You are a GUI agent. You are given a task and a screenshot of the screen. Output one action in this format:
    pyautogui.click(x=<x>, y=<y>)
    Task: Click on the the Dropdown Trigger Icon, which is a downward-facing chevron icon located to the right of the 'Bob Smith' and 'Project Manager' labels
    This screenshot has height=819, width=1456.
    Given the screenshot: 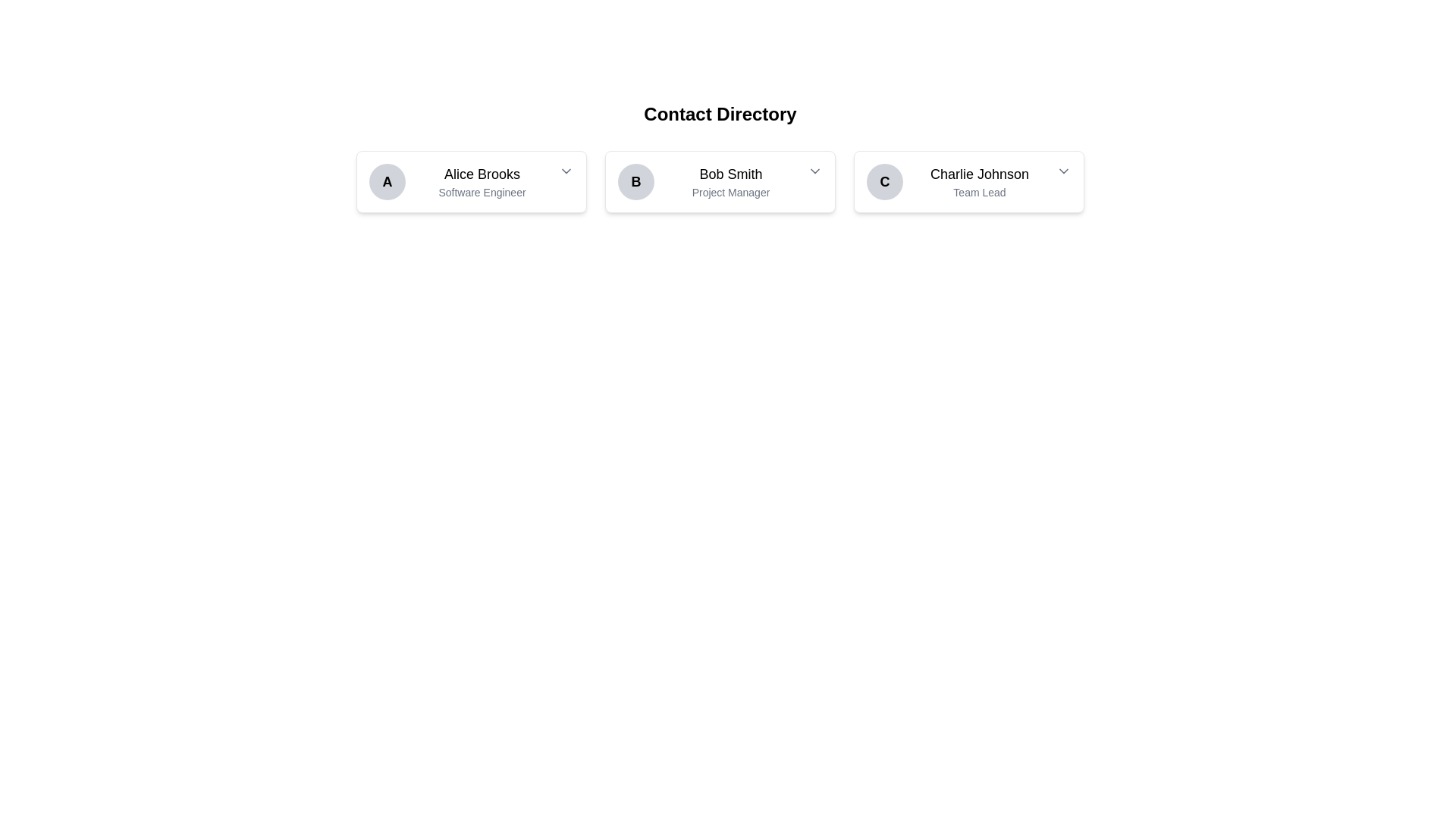 What is the action you would take?
    pyautogui.click(x=814, y=171)
    